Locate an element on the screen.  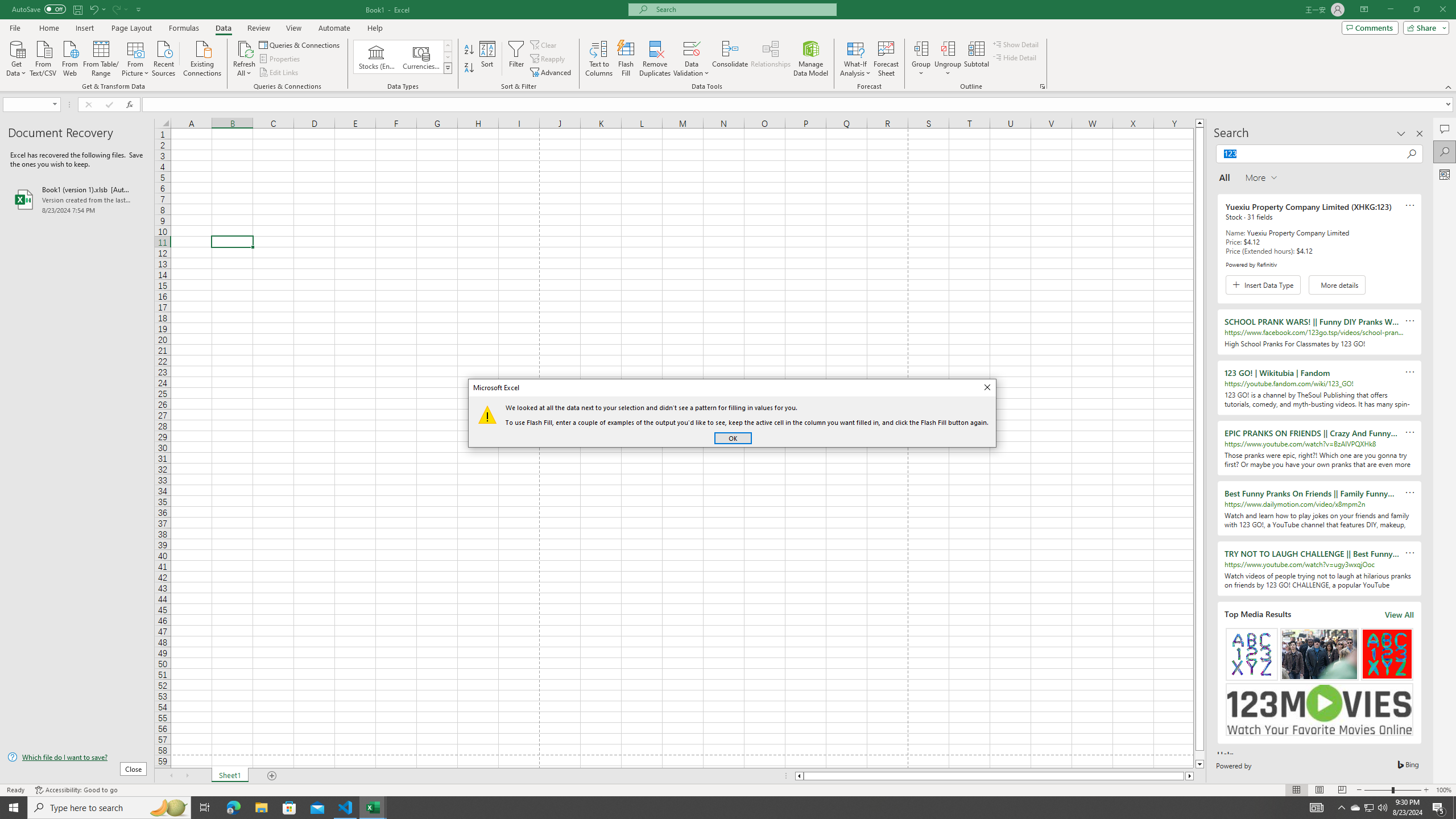
'Subtotal' is located at coordinates (976, 59).